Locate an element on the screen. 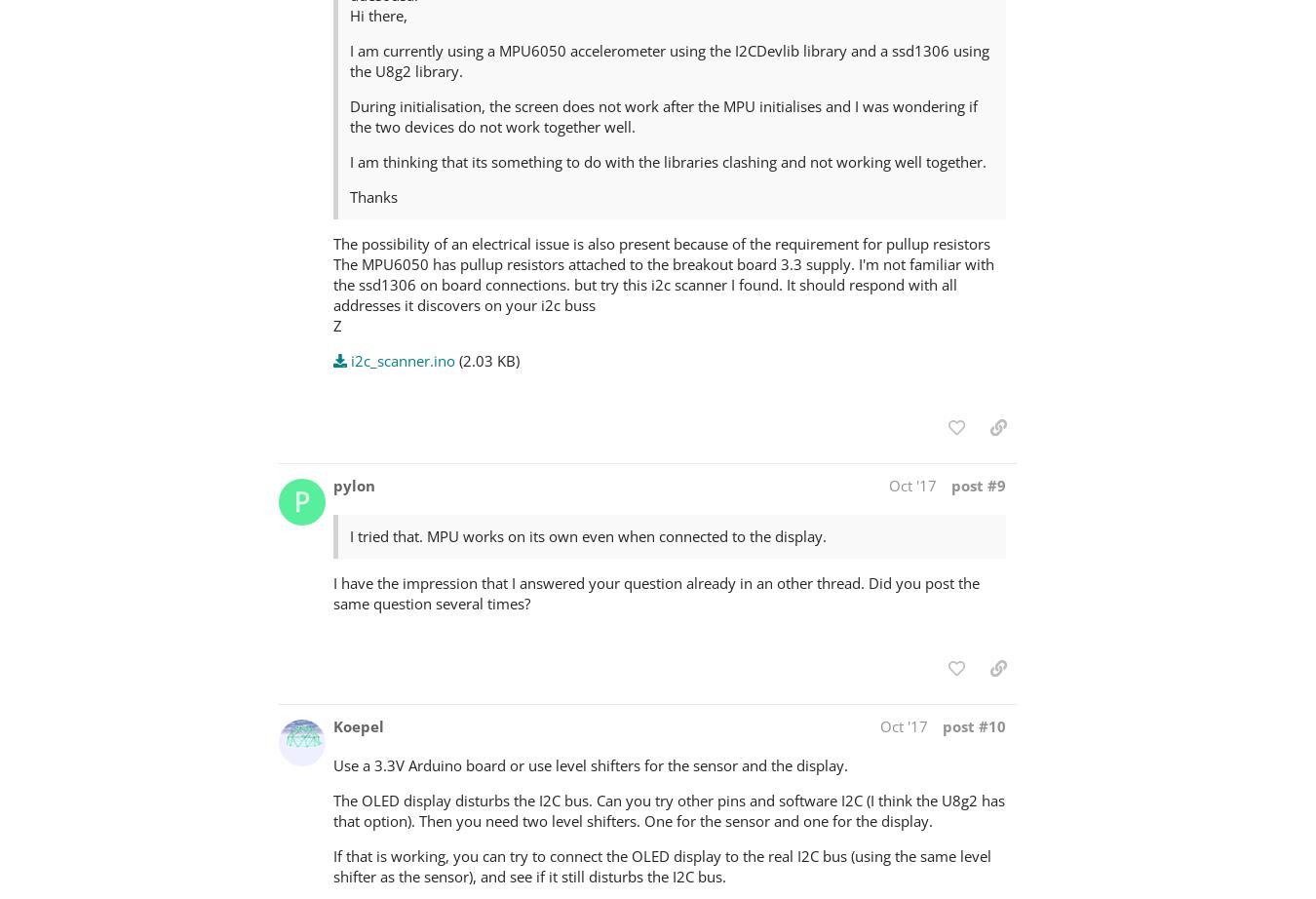 The image size is (1316, 899). 'I have the impression that I answered your question already in an other thread. Did you post the same question several times?' is located at coordinates (656, 592).